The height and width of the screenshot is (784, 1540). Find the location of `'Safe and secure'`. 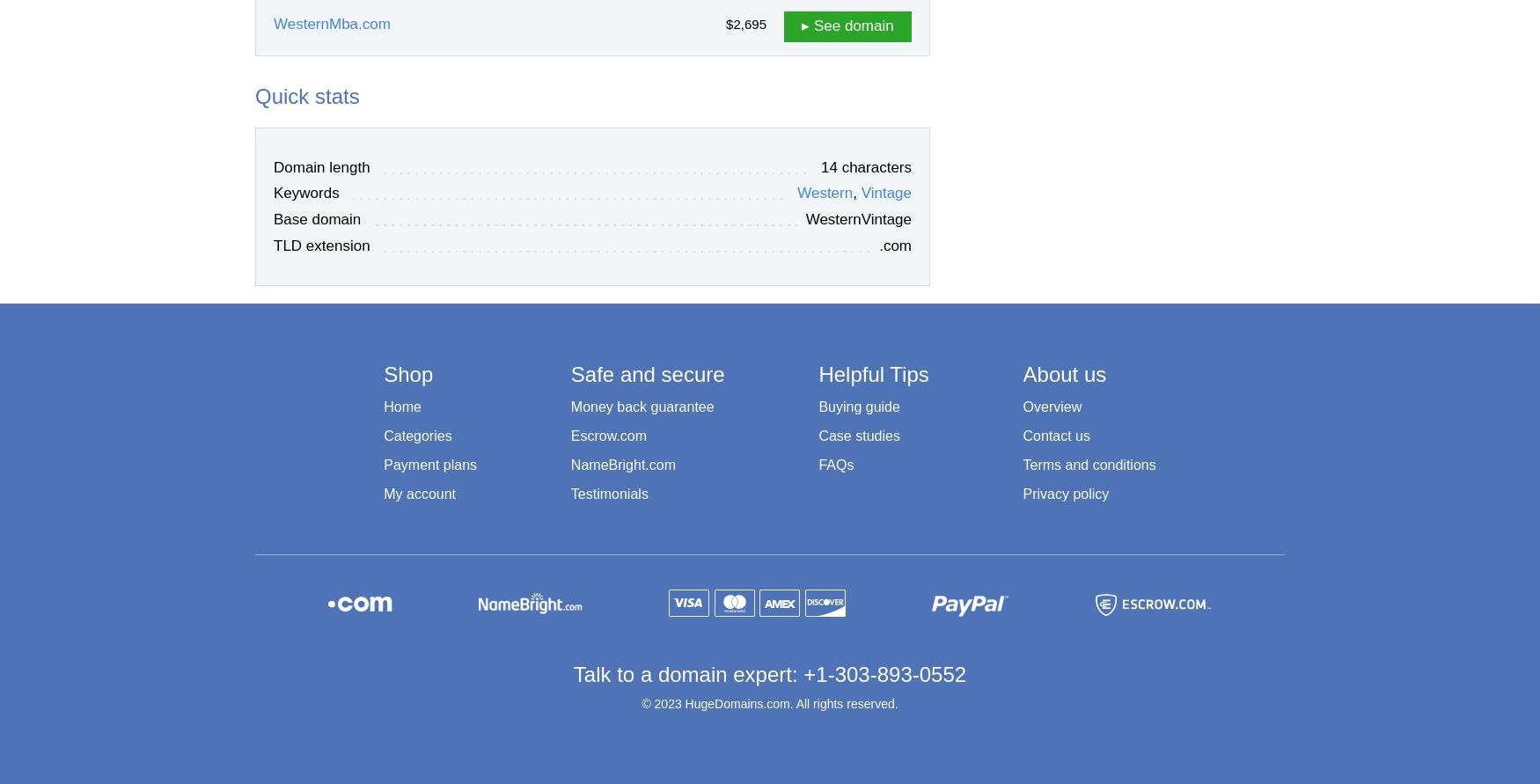

'Safe and secure' is located at coordinates (569, 374).